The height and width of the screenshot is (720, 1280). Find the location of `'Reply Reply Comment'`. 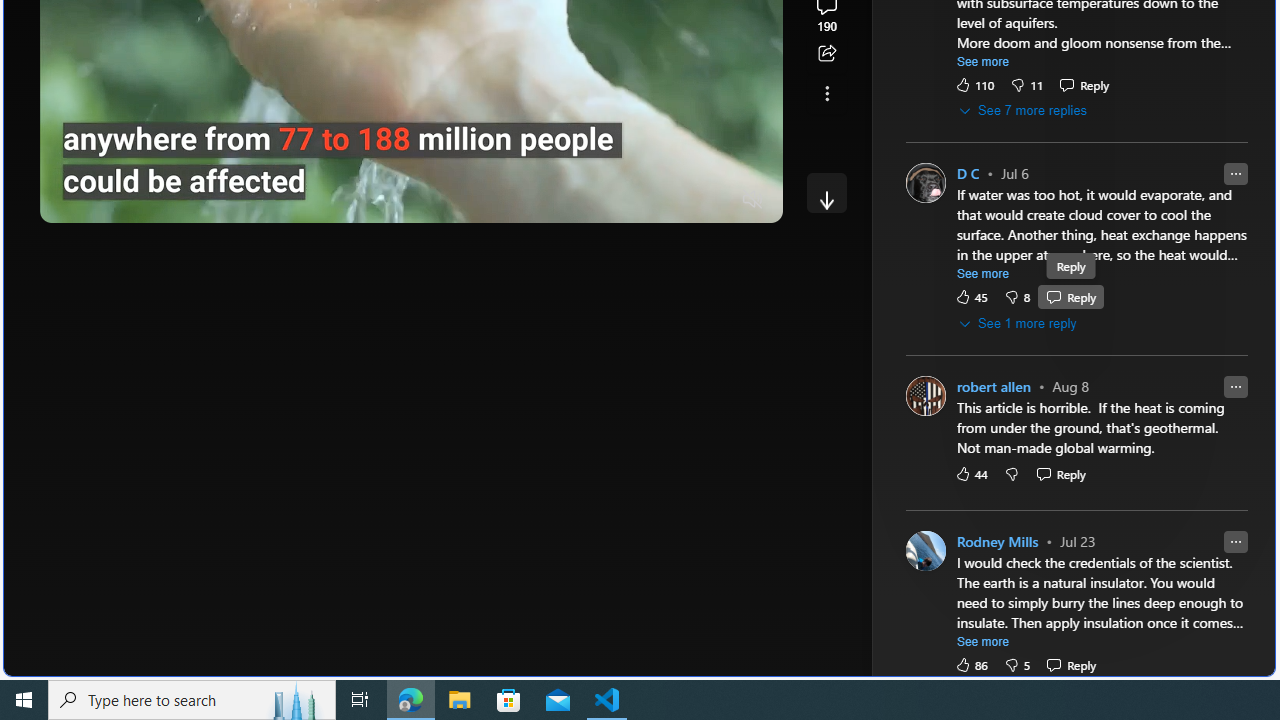

'Reply Reply Comment' is located at coordinates (1070, 664).